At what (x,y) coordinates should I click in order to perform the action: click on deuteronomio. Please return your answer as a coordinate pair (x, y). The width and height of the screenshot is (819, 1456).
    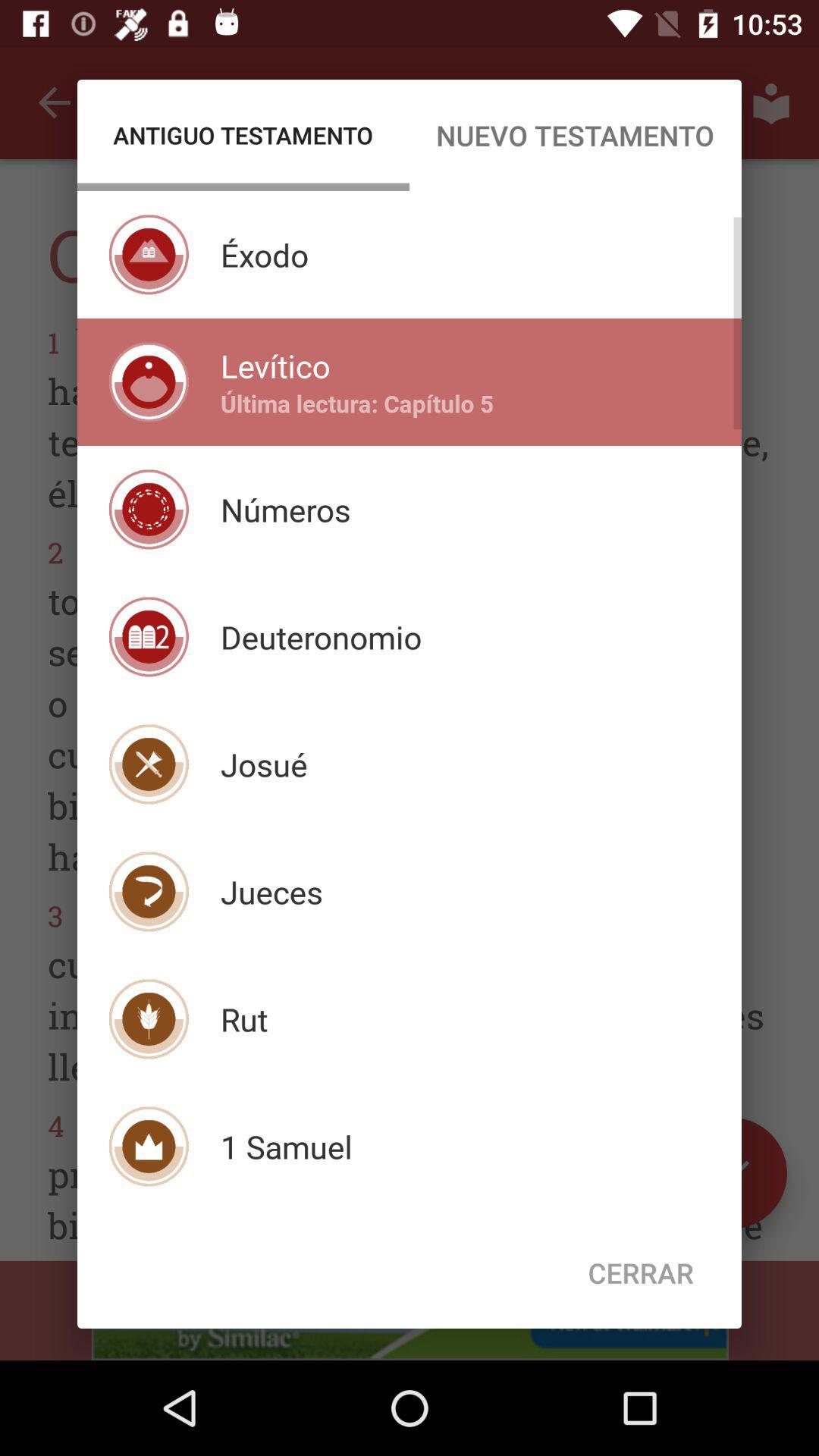
    Looking at the image, I should click on (320, 637).